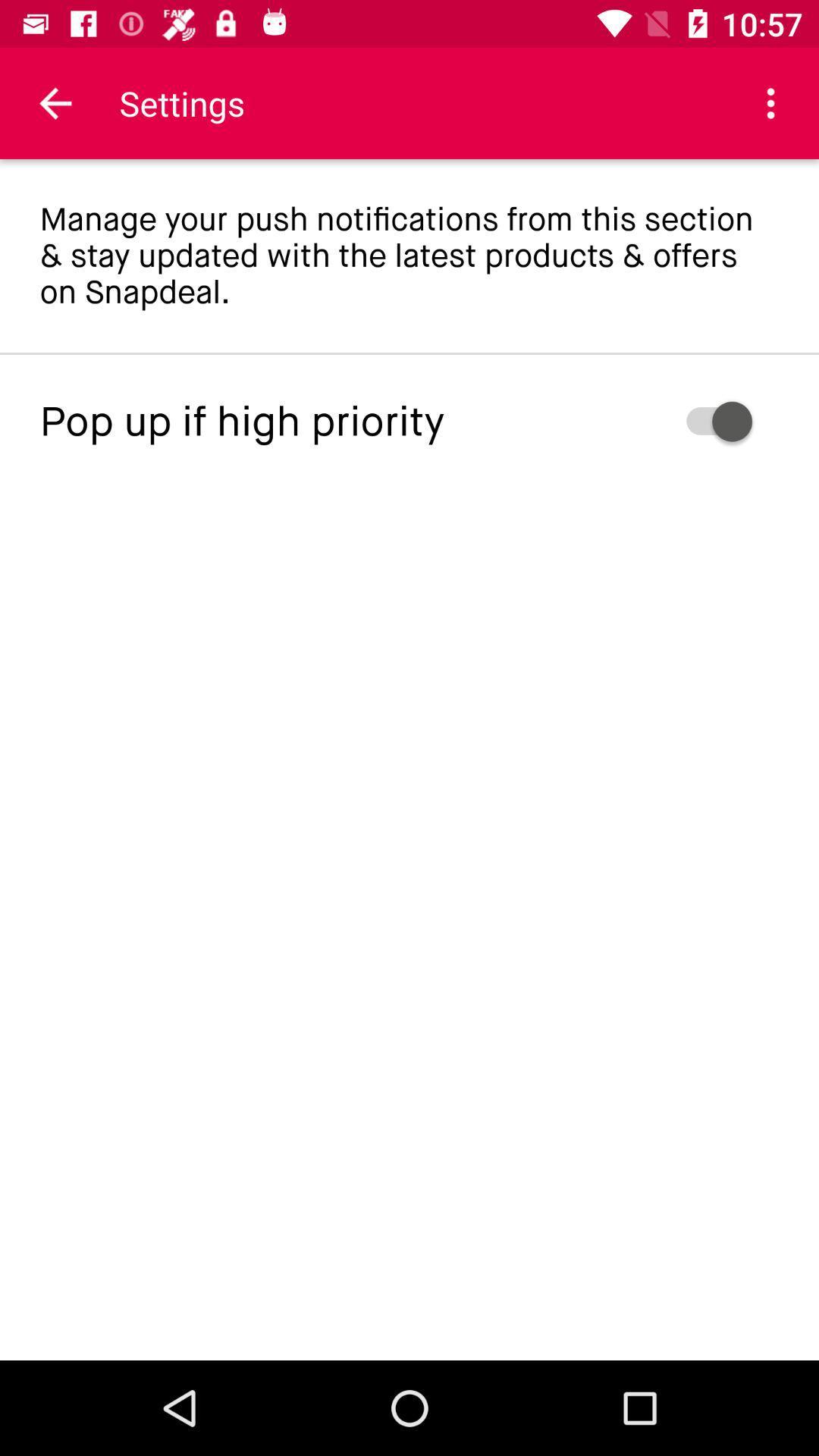  What do you see at coordinates (55, 102) in the screenshot?
I see `the app to the left of the settings app` at bounding box center [55, 102].